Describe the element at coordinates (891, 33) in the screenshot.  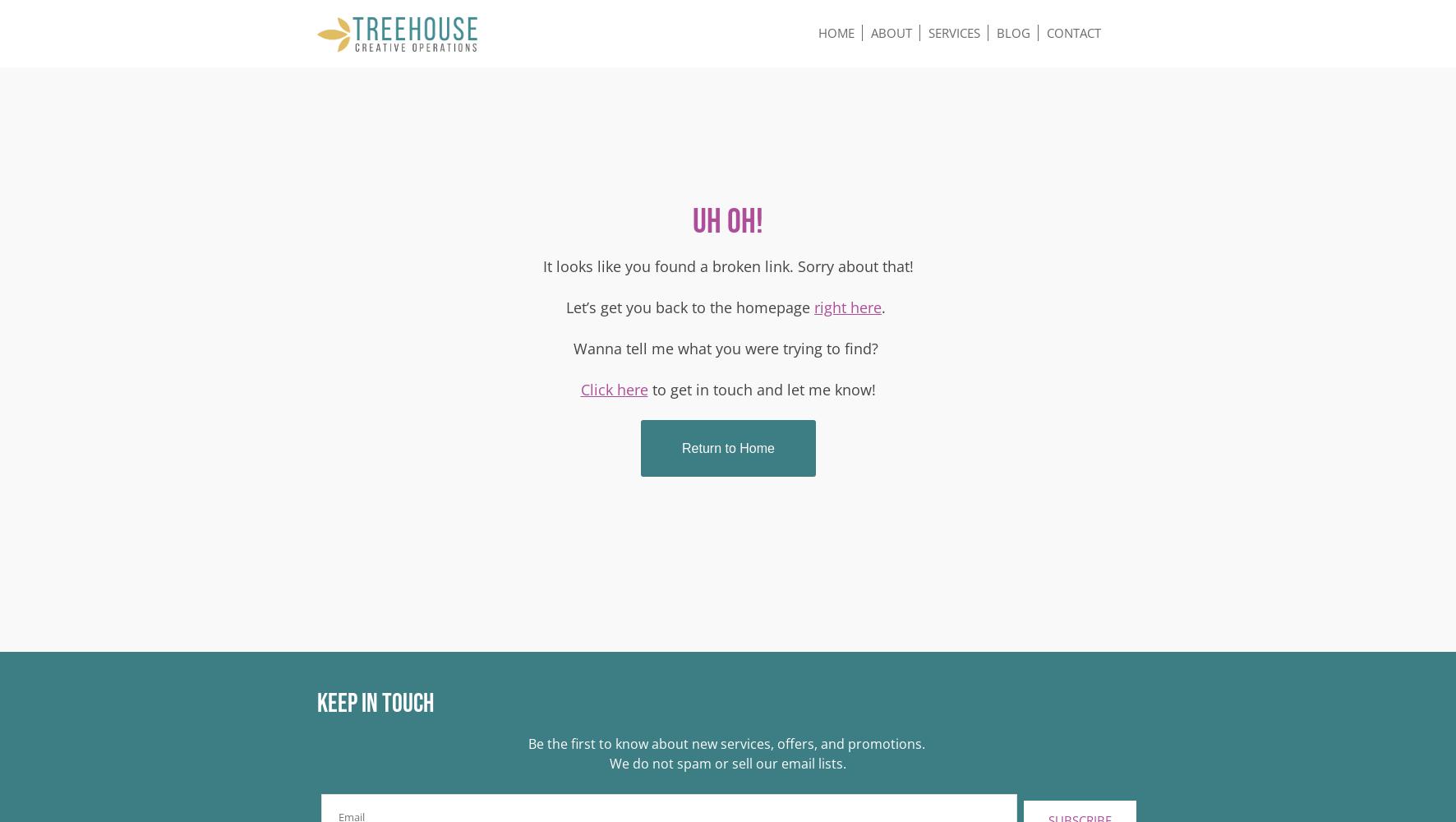
I see `'About'` at that location.